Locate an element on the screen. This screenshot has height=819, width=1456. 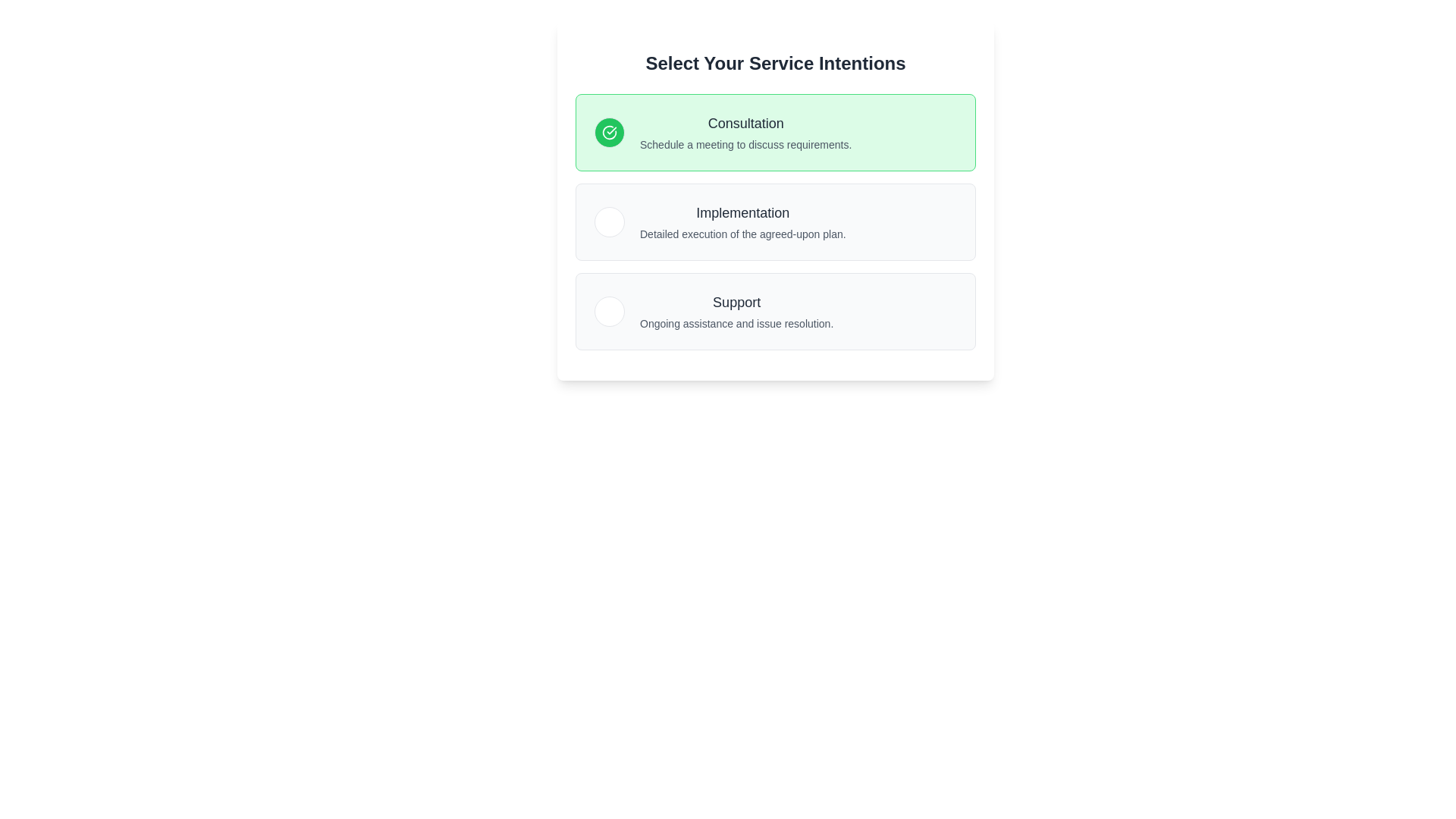
the text display titled 'Consultation' which includes the description 'Schedule a meeting to discuss requirements.' This element is highlighted in green and is located at the top of a vertical list of service intentions, to the right of a circular green checkmark icon is located at coordinates (745, 131).